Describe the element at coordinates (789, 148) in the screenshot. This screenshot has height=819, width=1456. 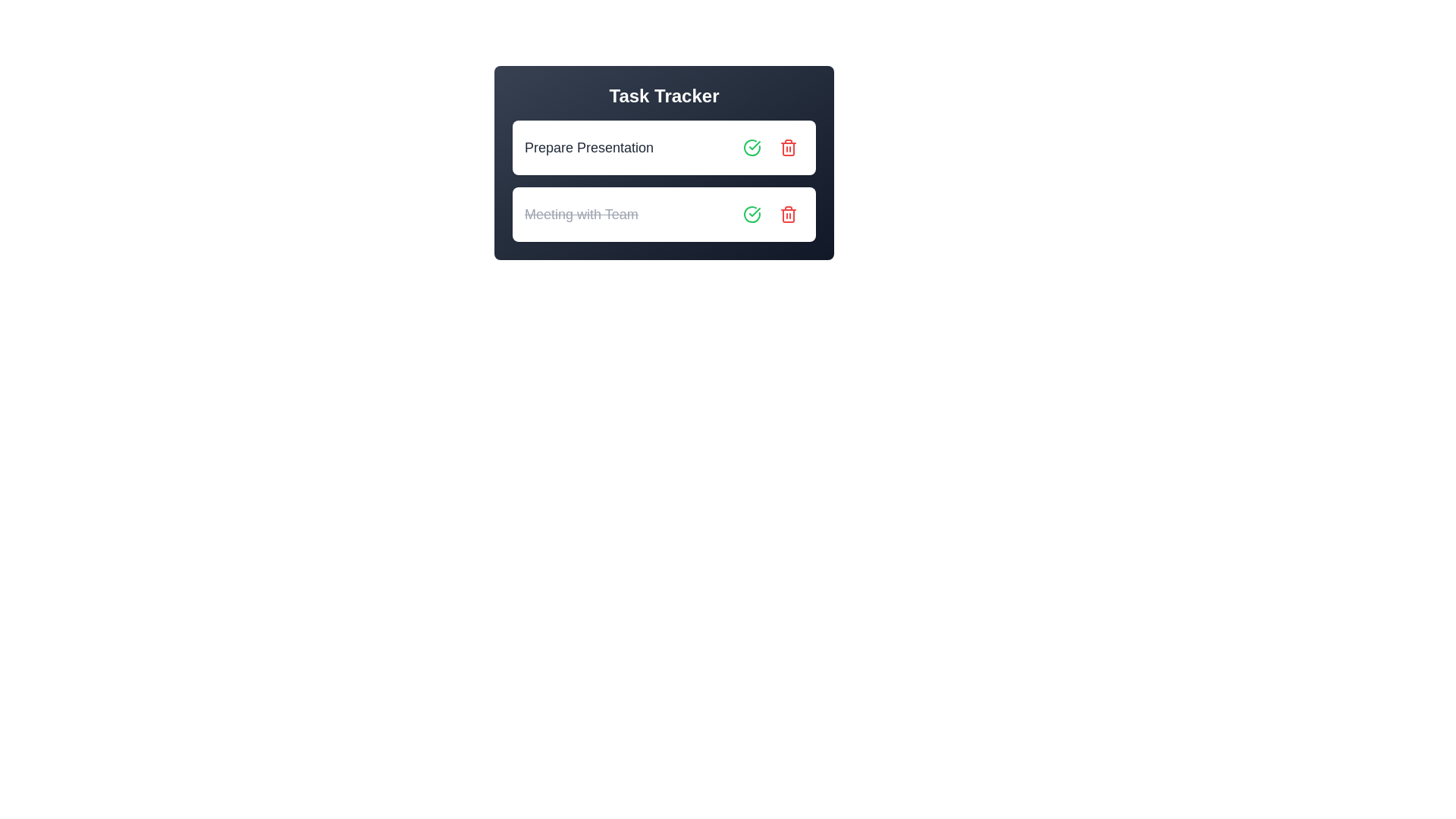
I see `the trash can icon styled with a red hue, which is located to the far right of the row containing the task 'Prepare Presentation'` at that location.